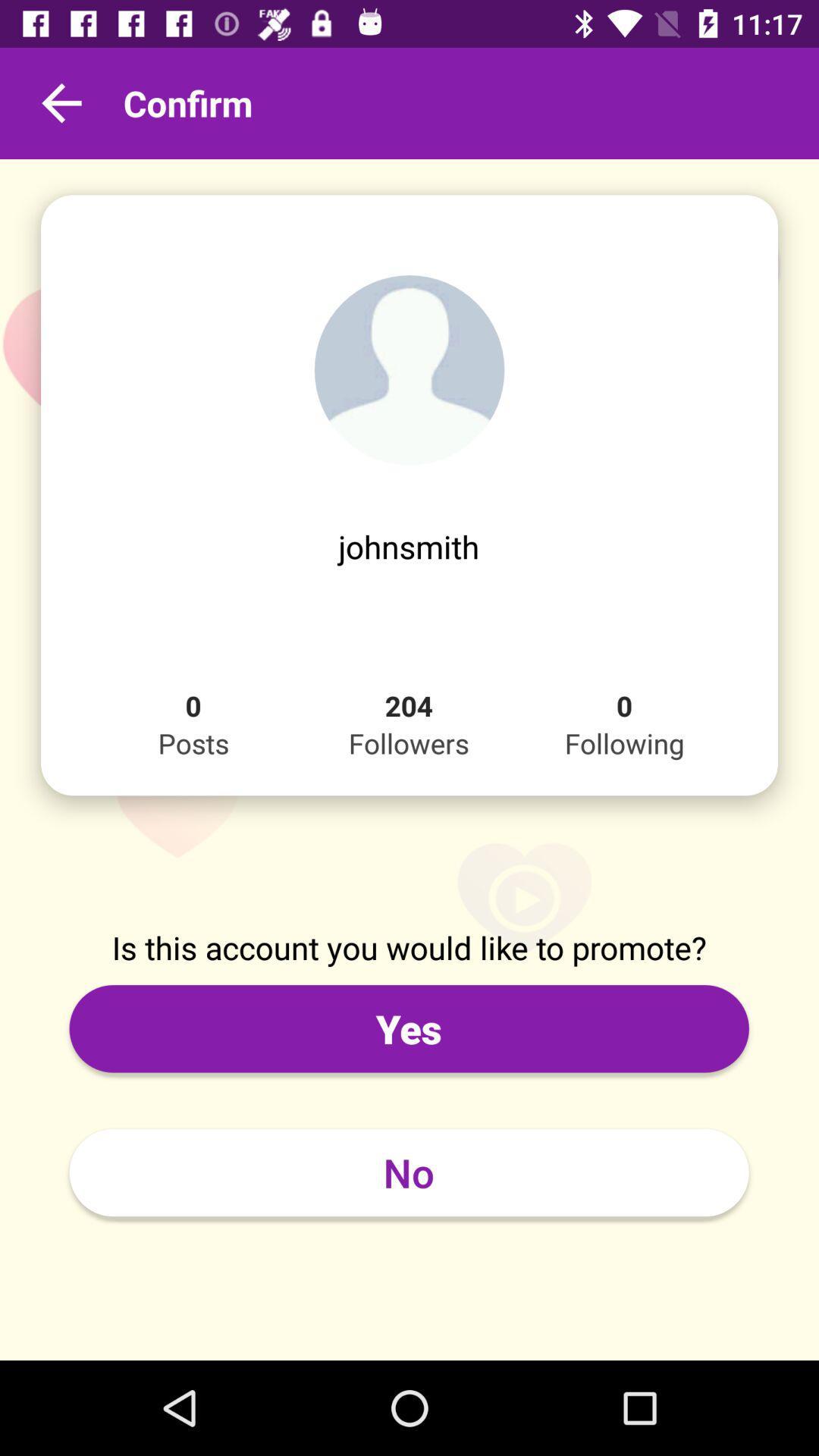 The image size is (819, 1456). Describe the element at coordinates (408, 1172) in the screenshot. I see `no item` at that location.